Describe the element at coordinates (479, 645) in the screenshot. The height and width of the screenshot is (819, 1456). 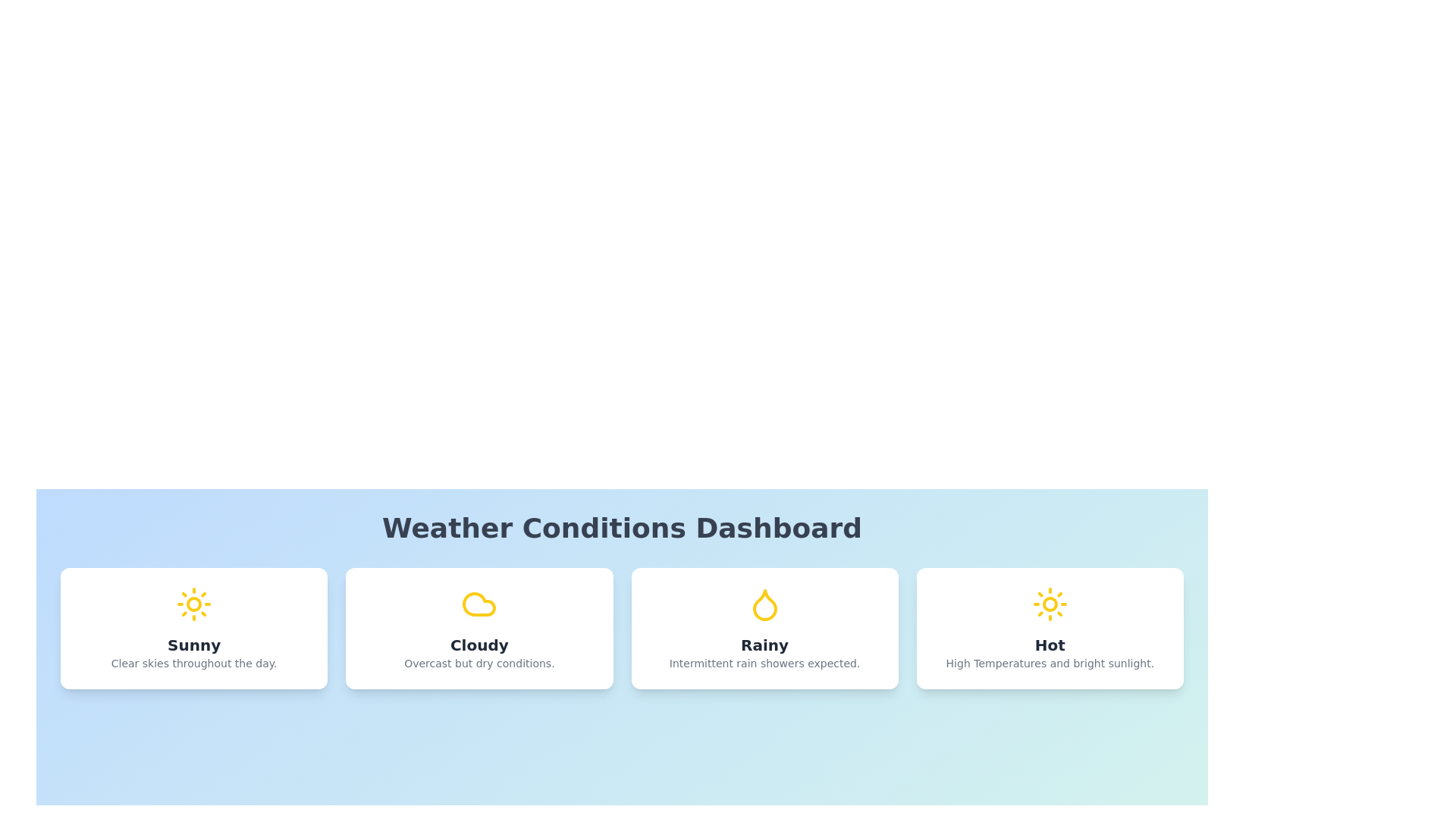
I see `text label indicating 'Cloudy' that is part of the weather condition card, located at the center of the second card from the left` at that location.